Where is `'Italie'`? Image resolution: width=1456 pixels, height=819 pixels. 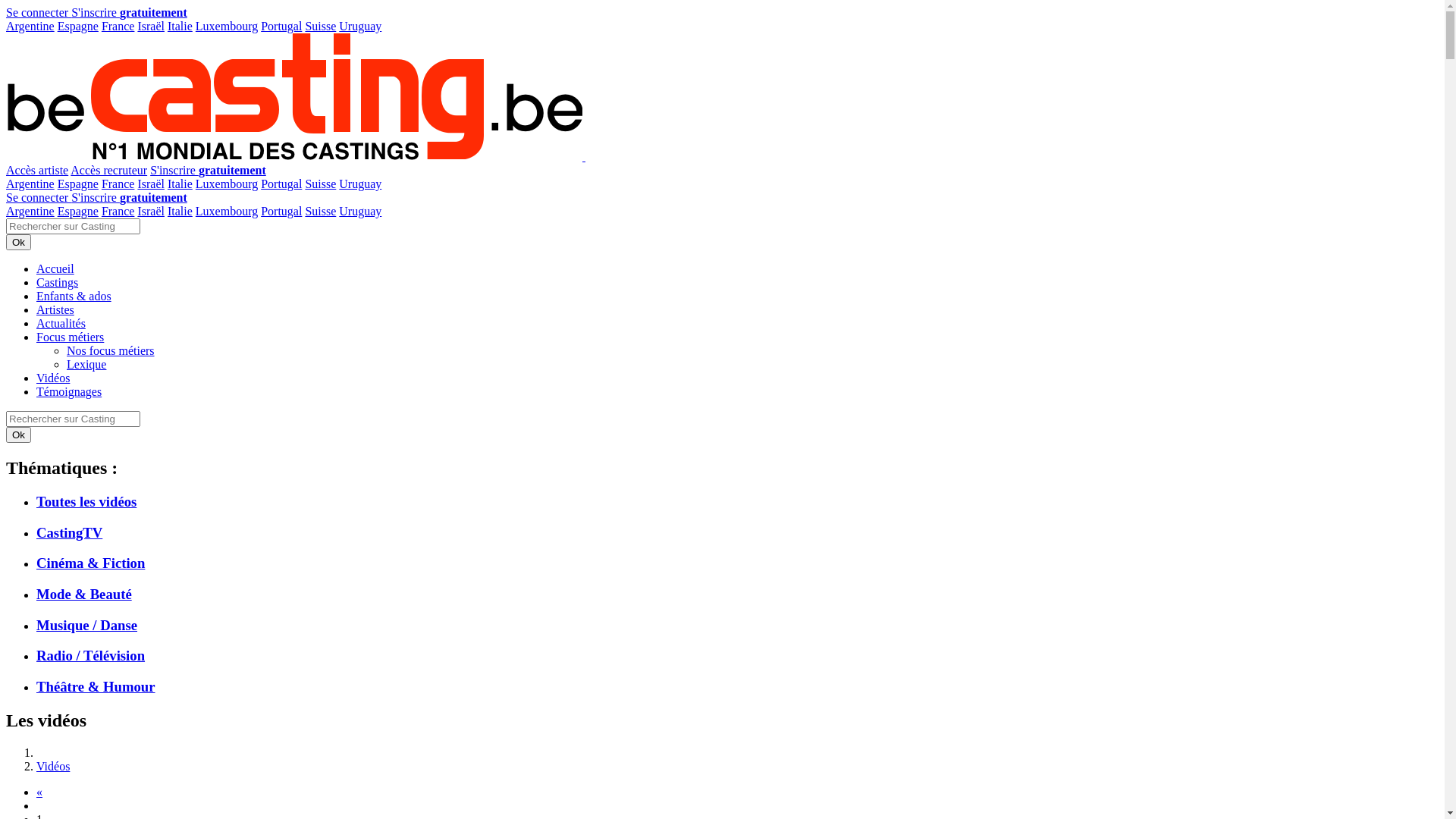 'Italie' is located at coordinates (180, 183).